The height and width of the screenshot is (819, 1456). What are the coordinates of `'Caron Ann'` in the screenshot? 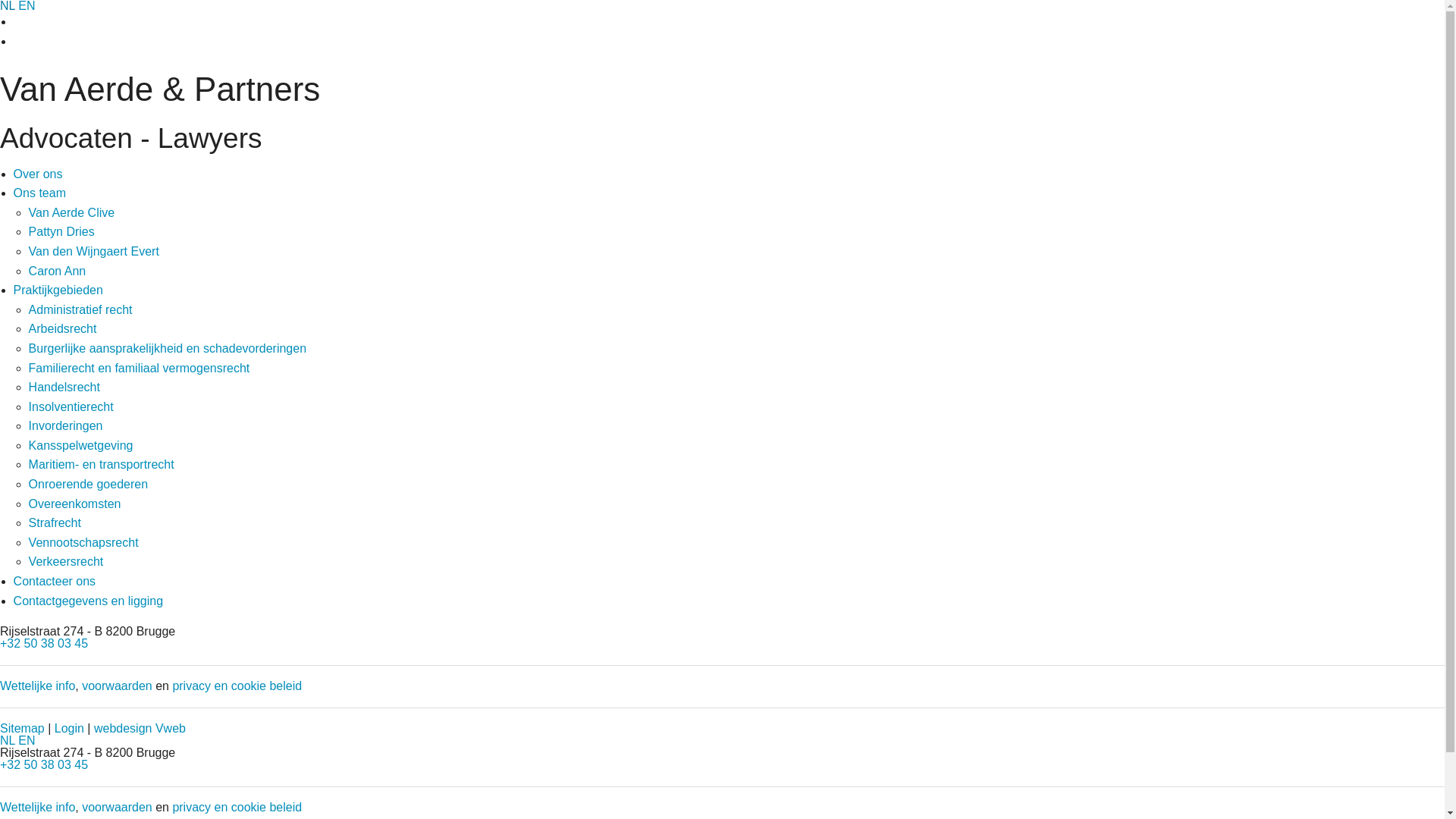 It's located at (58, 270).